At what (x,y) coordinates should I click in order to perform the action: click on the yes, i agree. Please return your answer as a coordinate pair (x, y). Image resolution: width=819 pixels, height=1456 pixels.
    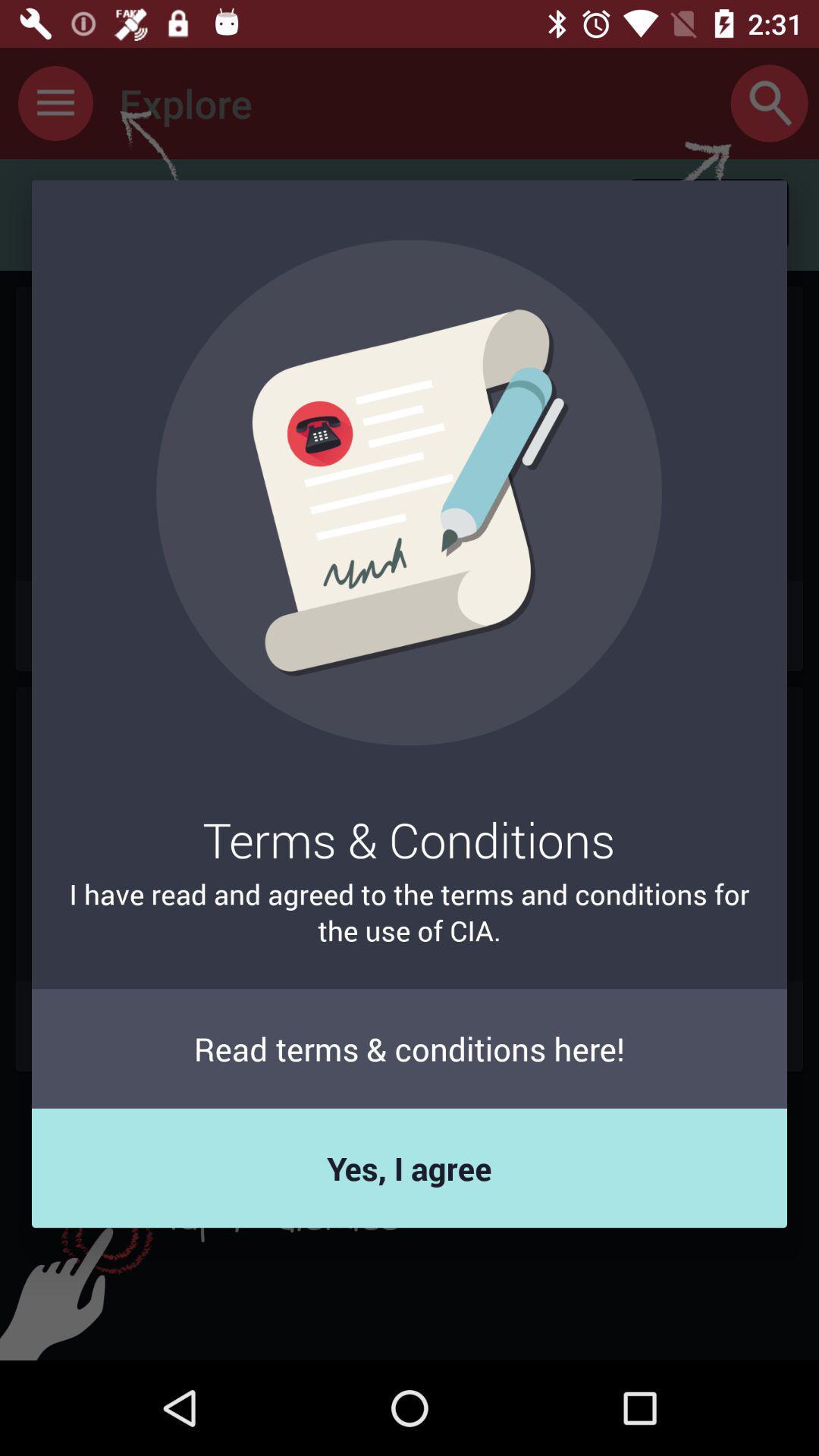
    Looking at the image, I should click on (409, 1167).